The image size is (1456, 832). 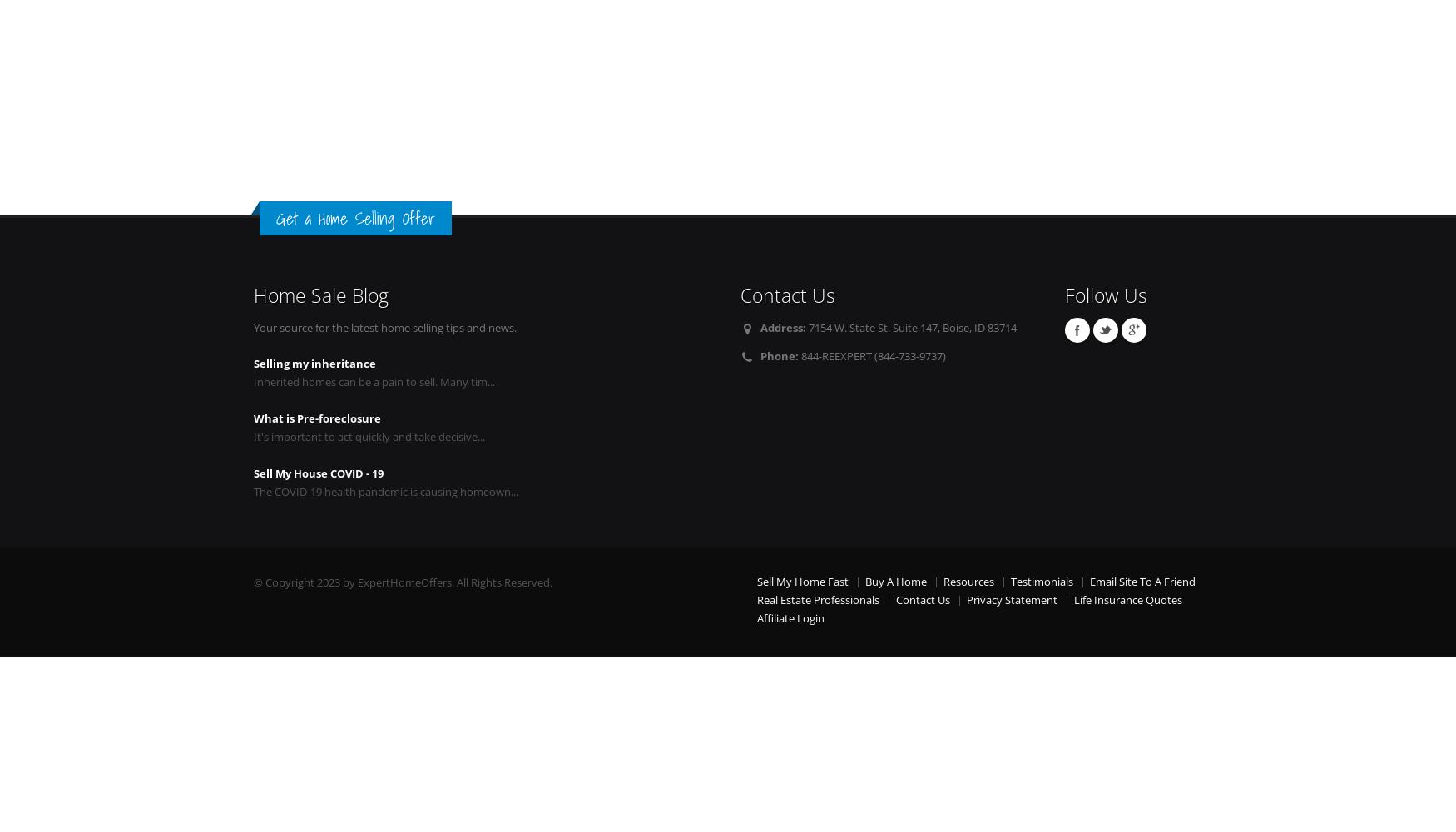 What do you see at coordinates (316, 418) in the screenshot?
I see `'What is Pre-foreclosure'` at bounding box center [316, 418].